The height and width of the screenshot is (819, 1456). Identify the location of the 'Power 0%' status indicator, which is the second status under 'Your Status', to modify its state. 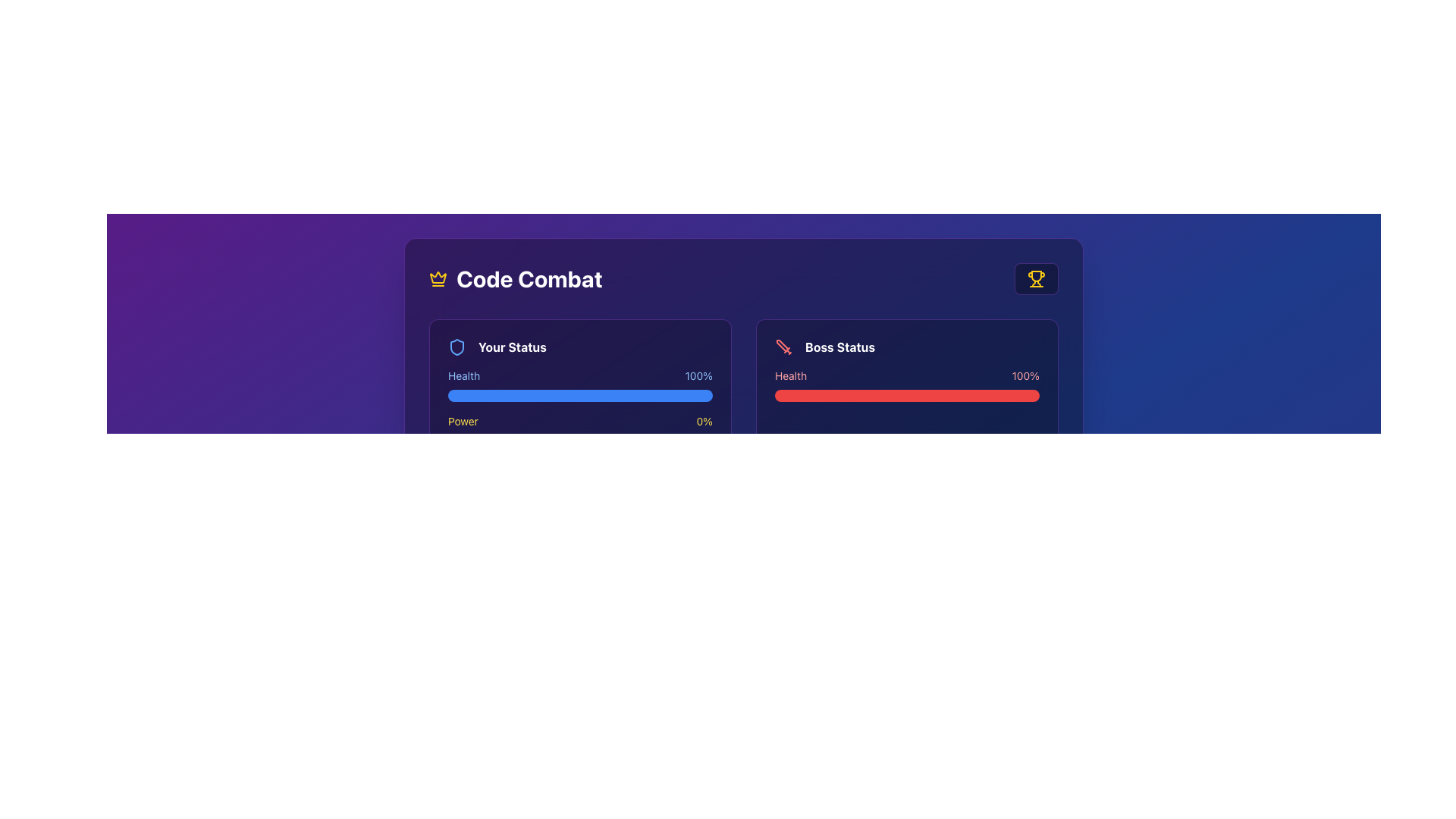
(579, 430).